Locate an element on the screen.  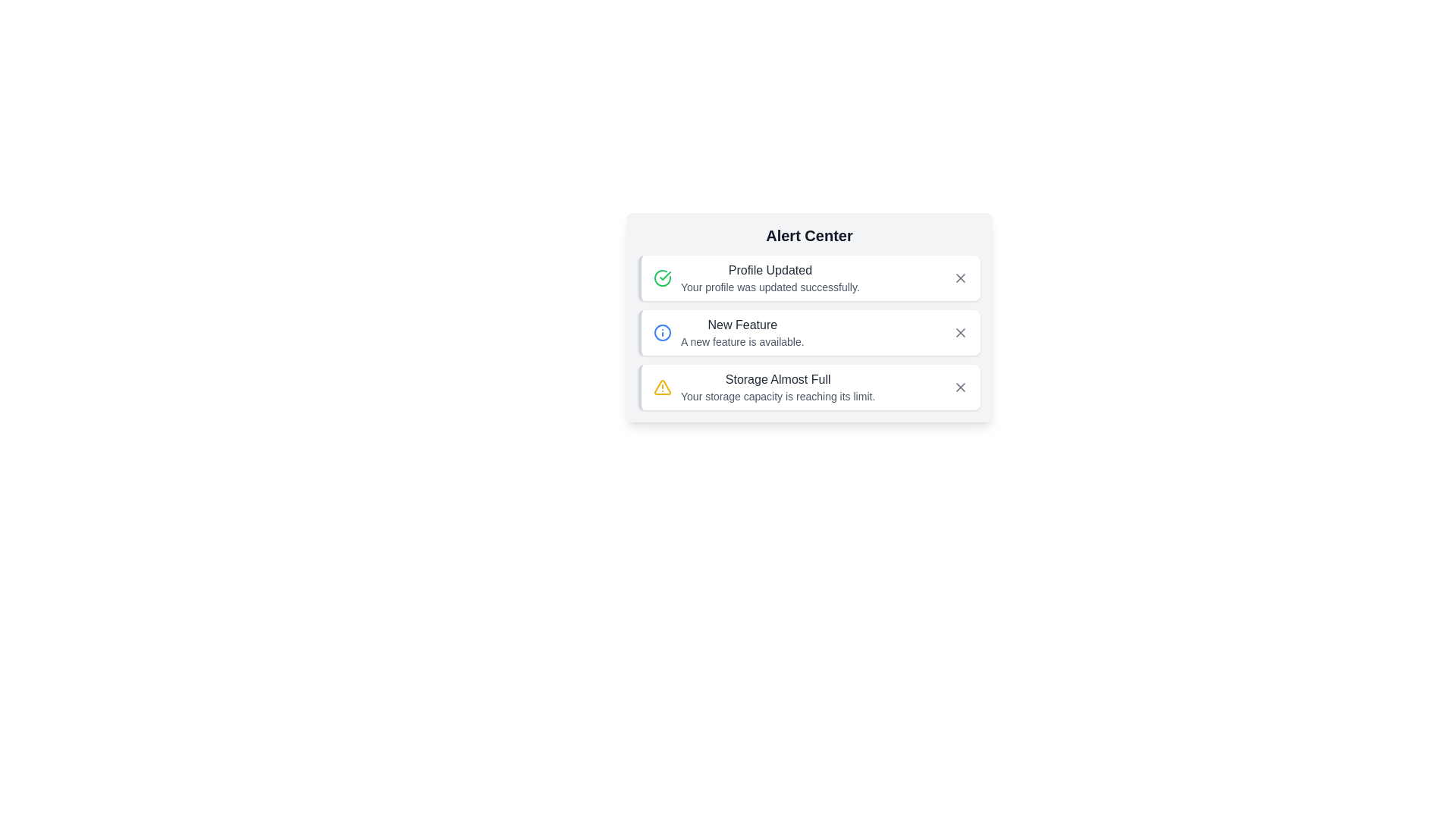
the outer circular outline of the SVG icon representing the status check for the 'Profile Updated' alert in the 'Alert Center' panel is located at coordinates (662, 278).